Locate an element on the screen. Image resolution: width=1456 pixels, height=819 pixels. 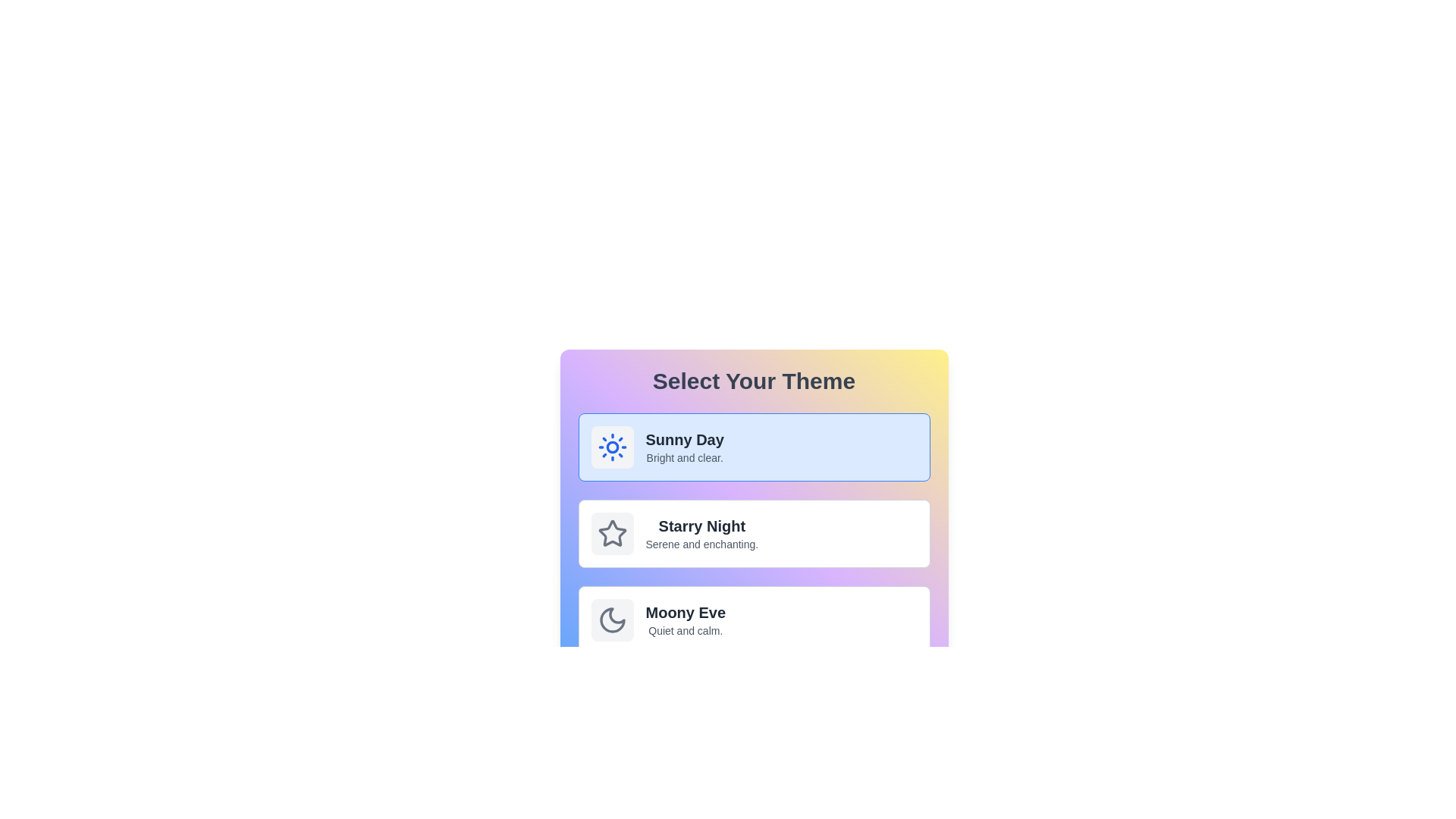
the moon icon representing the 'Moony Eve' theme selection is located at coordinates (612, 620).